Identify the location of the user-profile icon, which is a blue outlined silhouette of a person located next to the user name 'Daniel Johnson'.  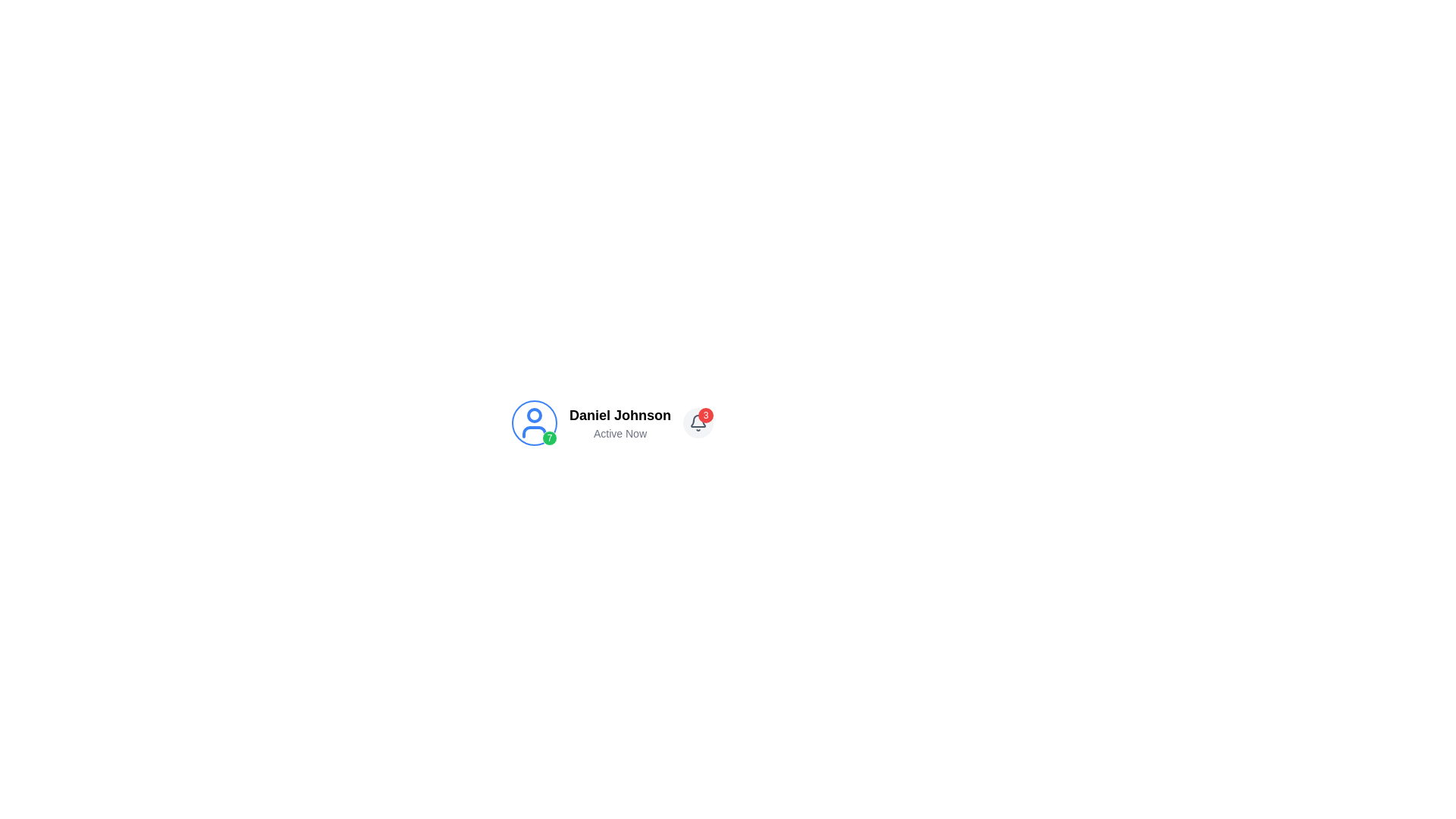
(535, 423).